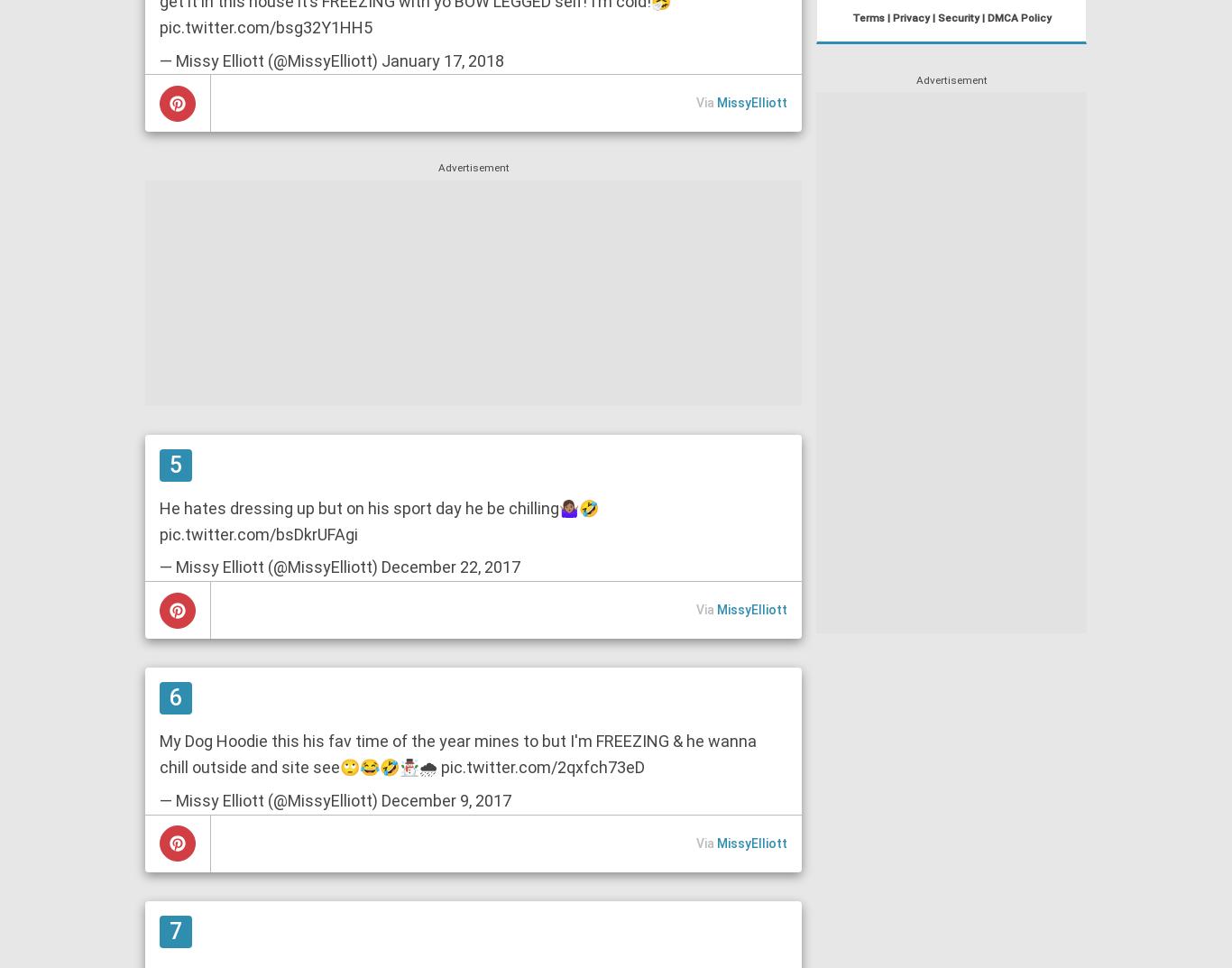 This screenshot has height=968, width=1232. Describe the element at coordinates (378, 507) in the screenshot. I see `'He hates dressing up but on his sport day he be chilling🤷🏽‍♀️🤣'` at that location.